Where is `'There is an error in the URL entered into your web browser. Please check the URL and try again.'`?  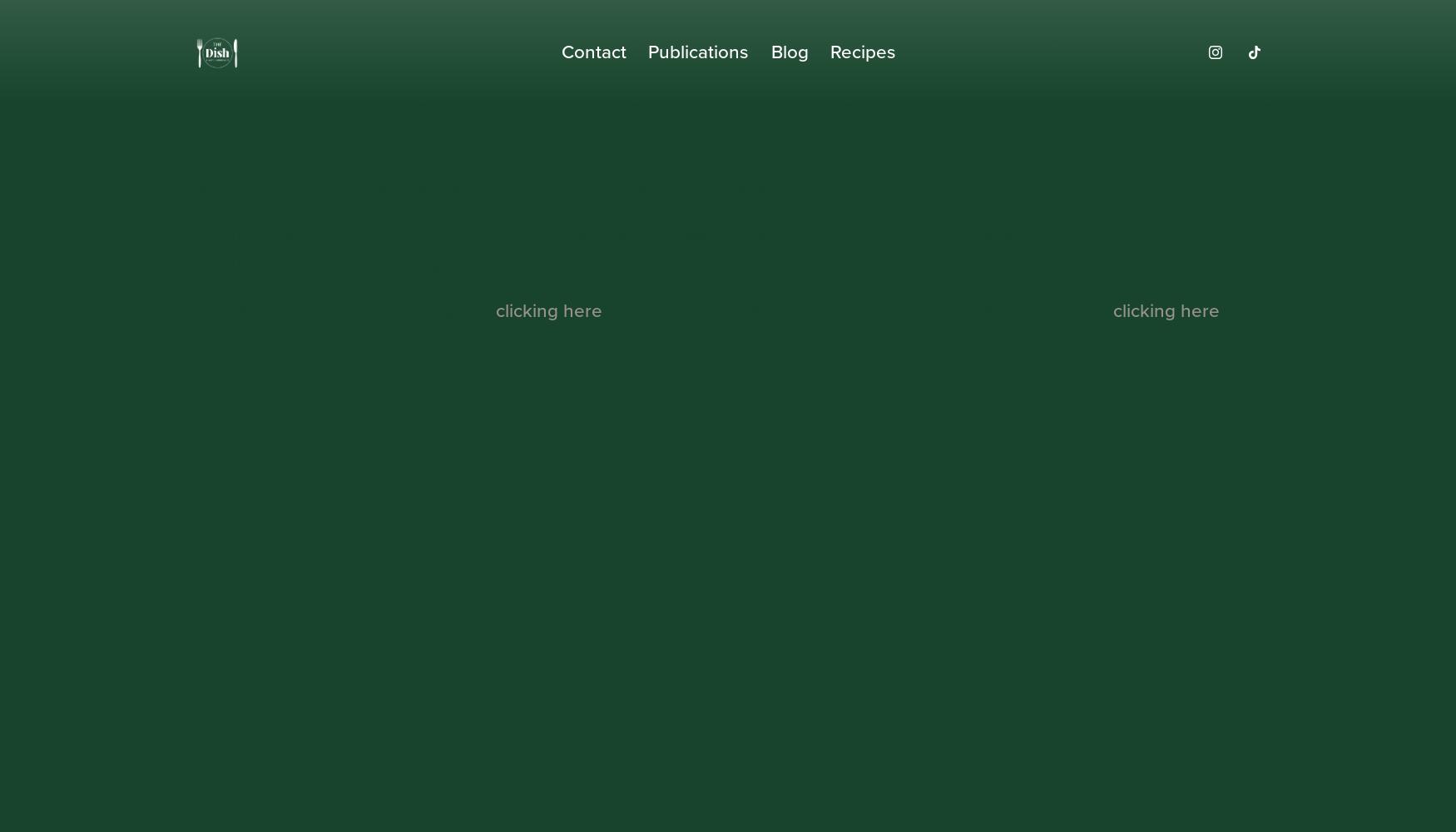 'There is an error in the URL entered into your web browser. Please check the URL and try again.' is located at coordinates (629, 235).